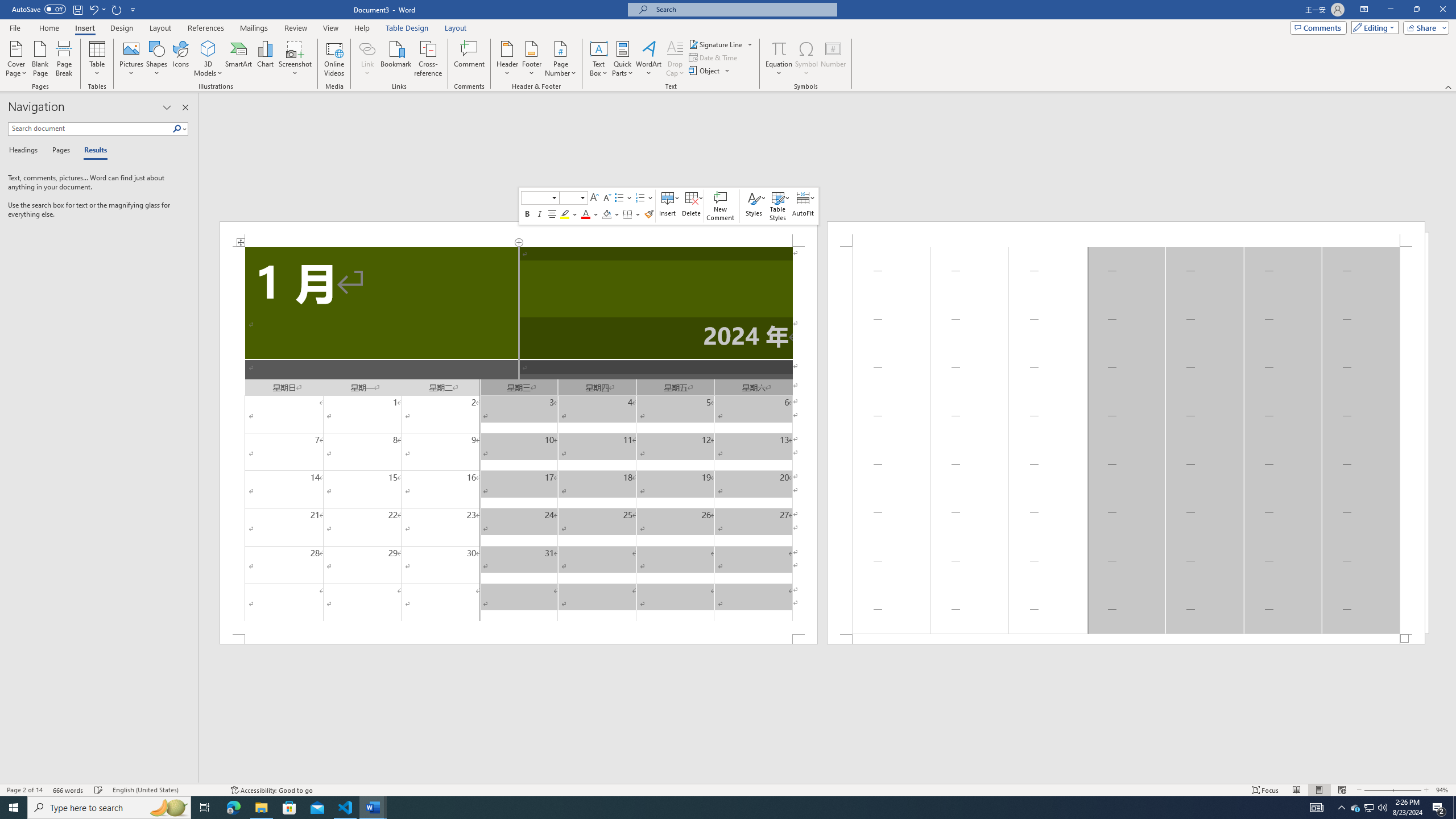 Image resolution: width=1456 pixels, height=819 pixels. Describe the element at coordinates (157, 59) in the screenshot. I see `'Shapes'` at that location.